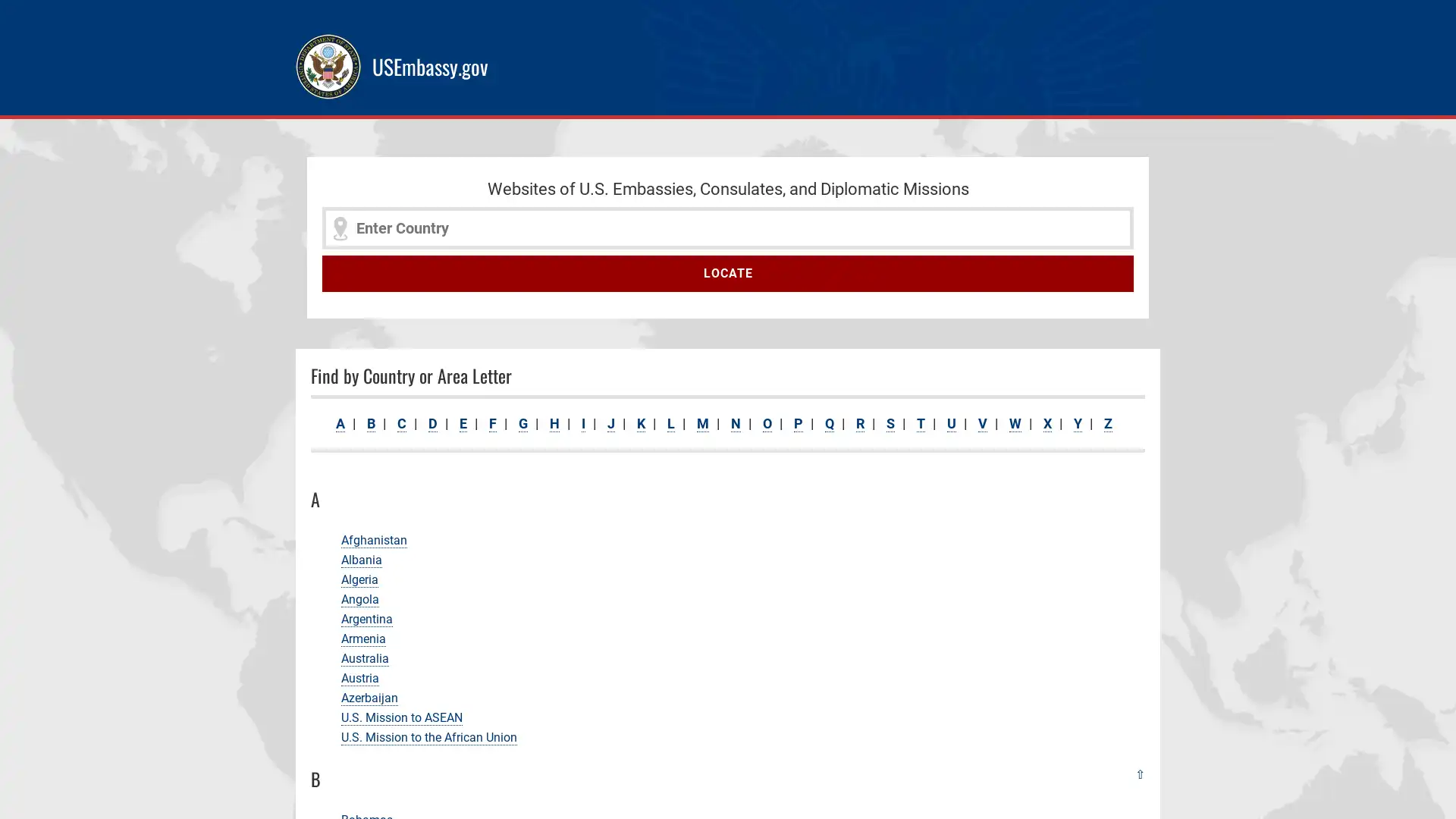 Image resolution: width=1456 pixels, height=819 pixels. What do you see at coordinates (728, 274) in the screenshot?
I see `Locate` at bounding box center [728, 274].